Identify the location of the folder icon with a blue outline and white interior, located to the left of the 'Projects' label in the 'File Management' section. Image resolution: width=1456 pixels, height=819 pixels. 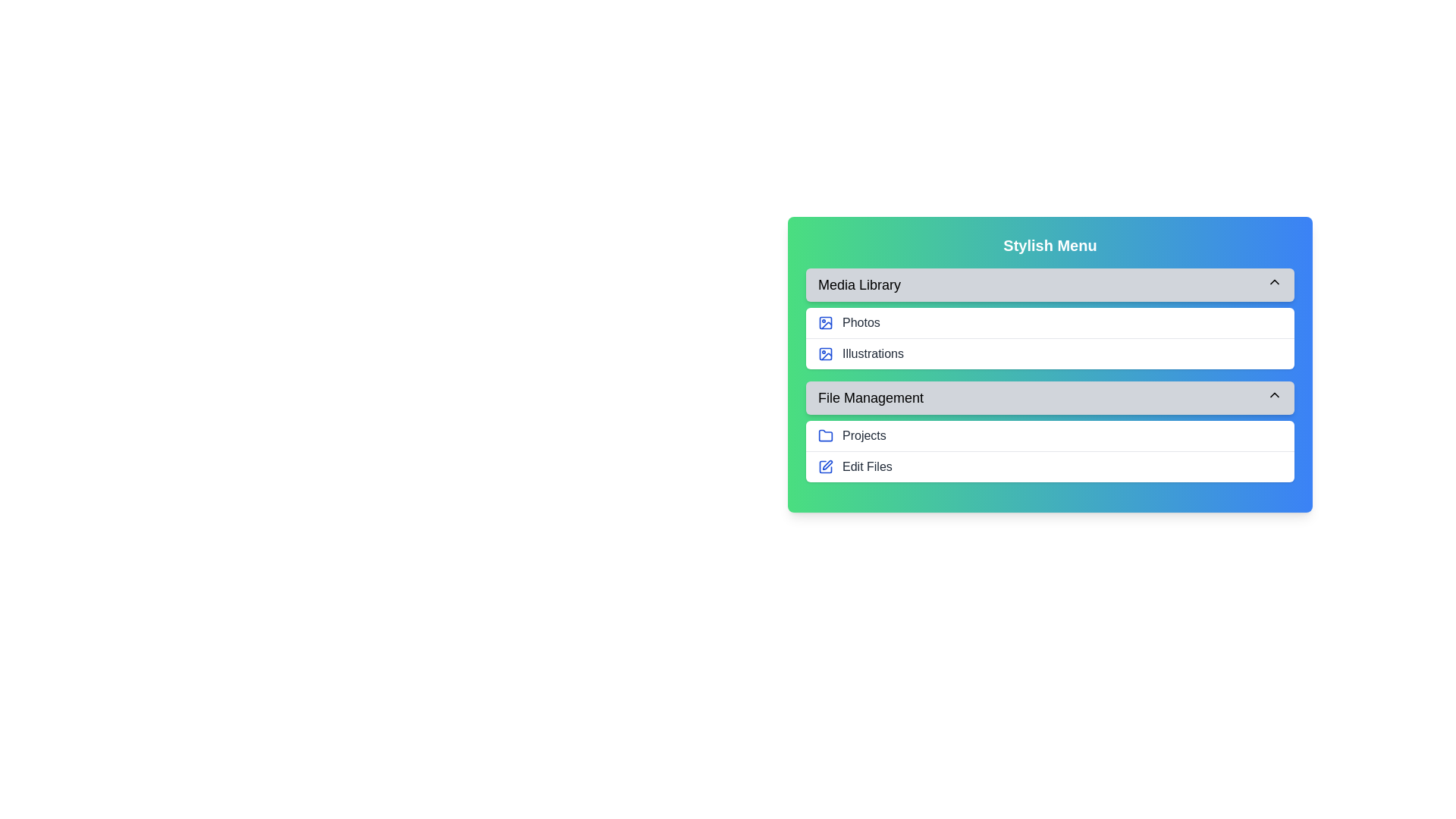
(825, 435).